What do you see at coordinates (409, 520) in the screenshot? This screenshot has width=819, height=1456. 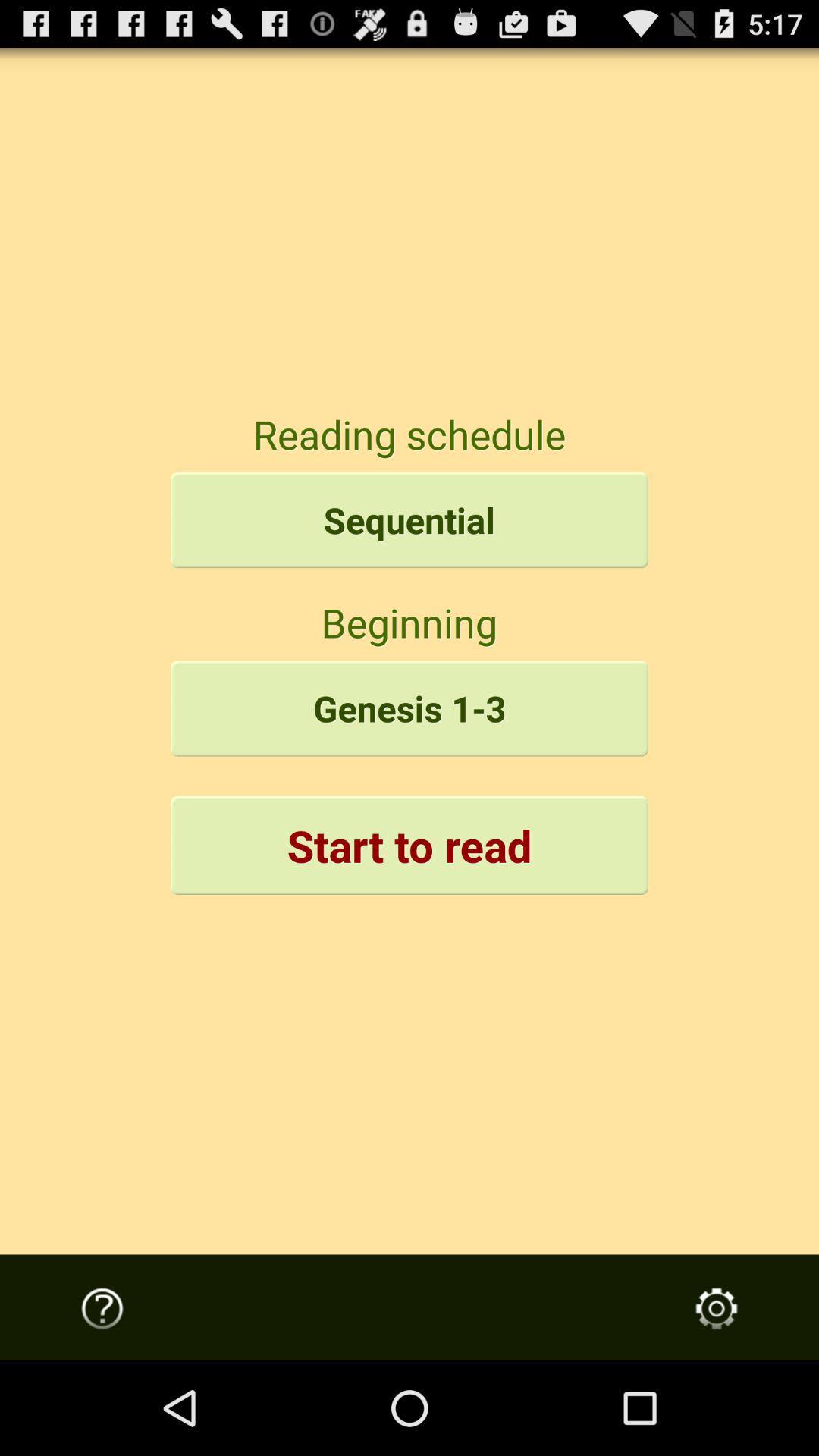 I see `sequential button` at bounding box center [409, 520].